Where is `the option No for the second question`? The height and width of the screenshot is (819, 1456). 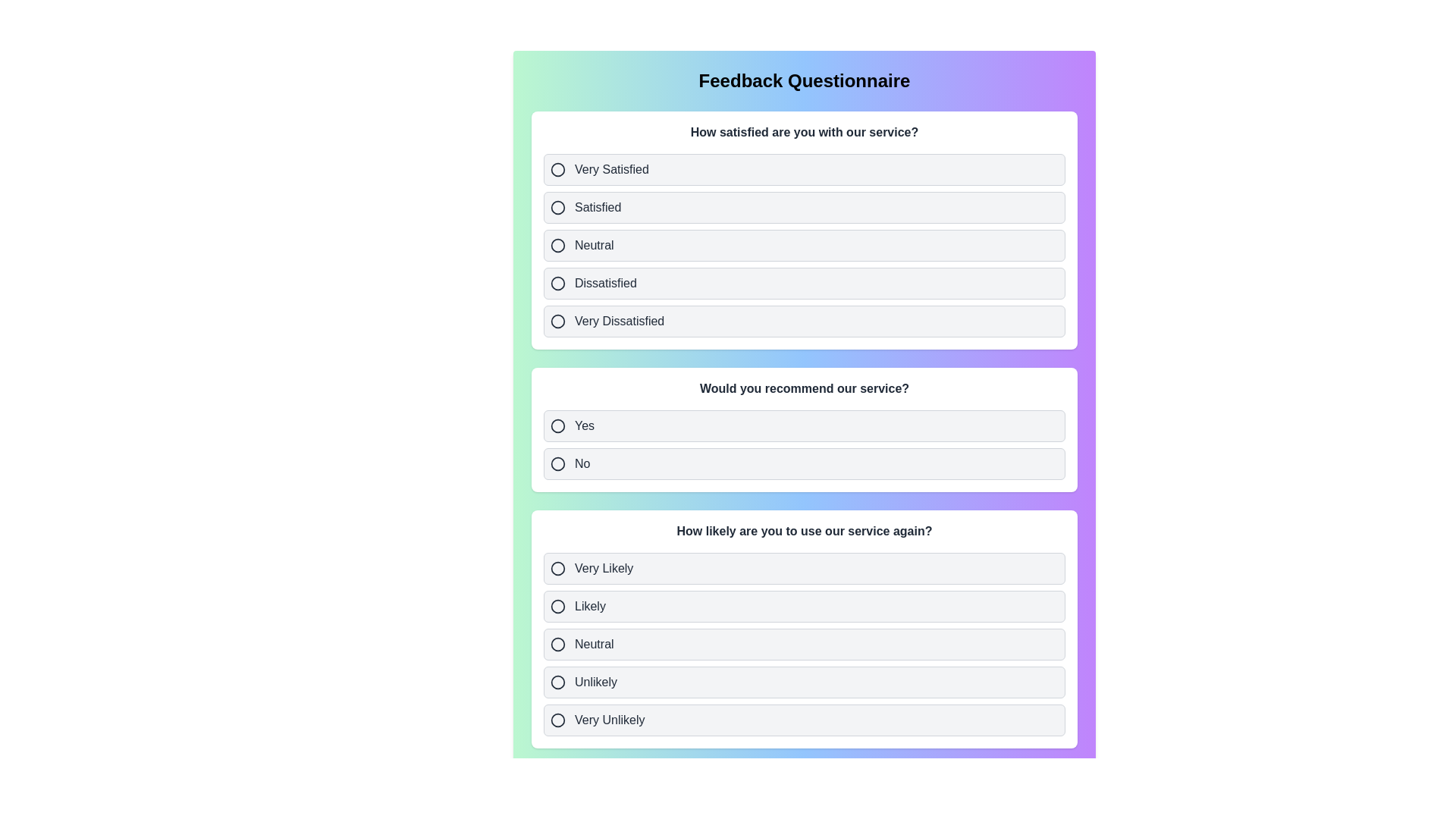 the option No for the second question is located at coordinates (803, 463).